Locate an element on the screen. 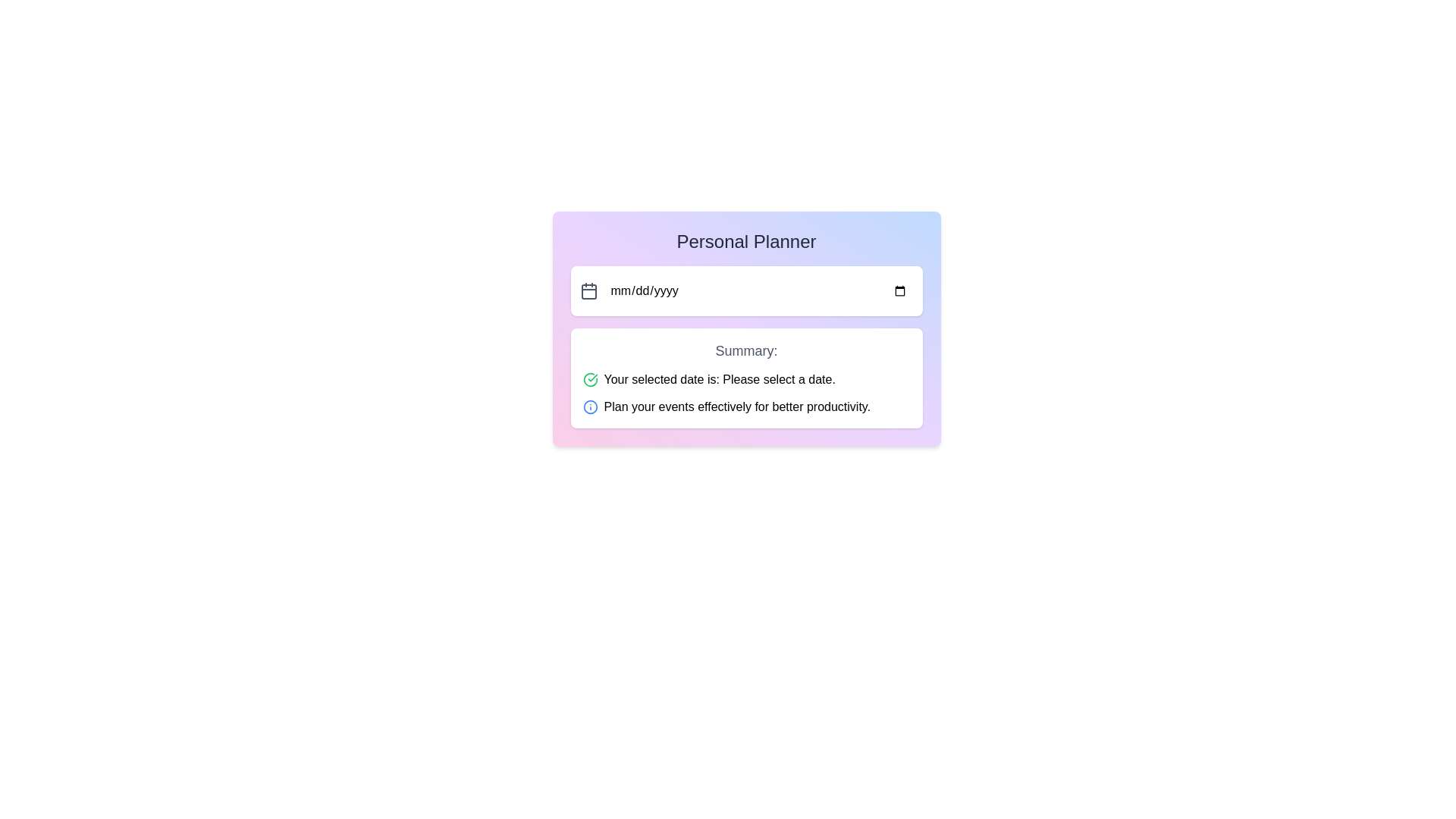 This screenshot has height=819, width=1456. the light gray rounded rectangle within the calendar icon, located to the left of the date input field is located at coordinates (588, 292).